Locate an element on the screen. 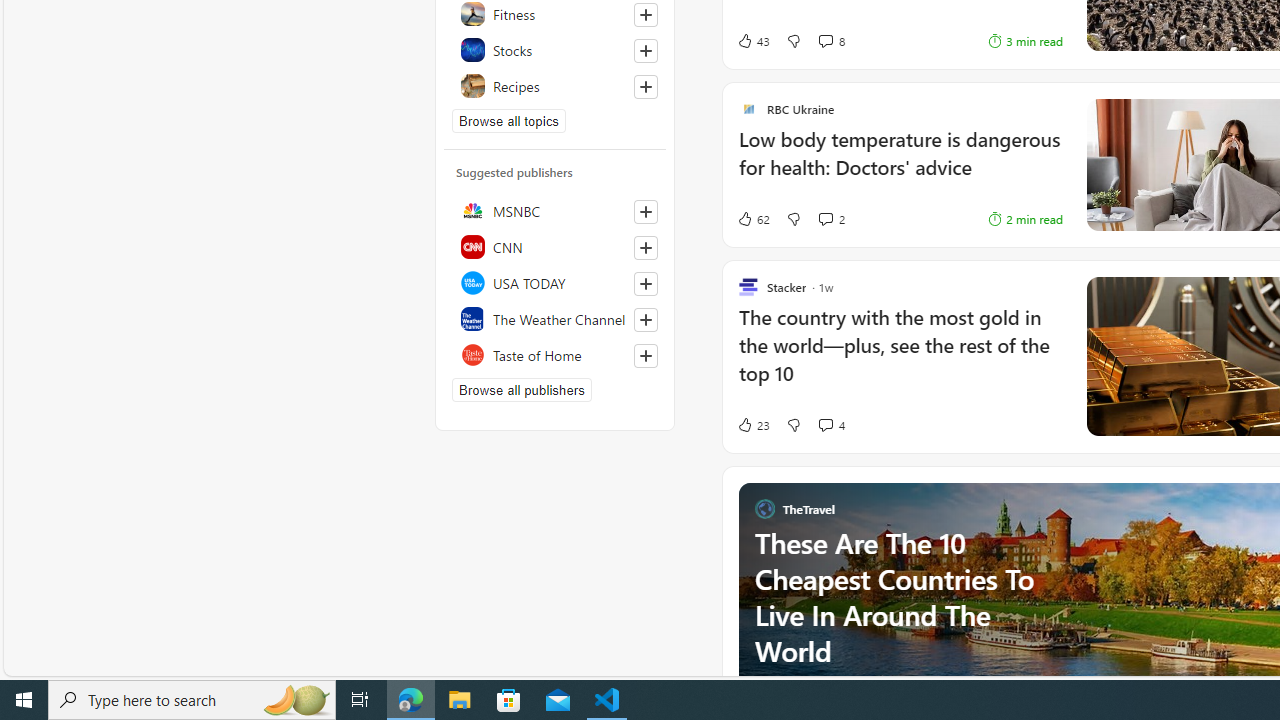  'View comments 4 Comment' is located at coordinates (825, 423).